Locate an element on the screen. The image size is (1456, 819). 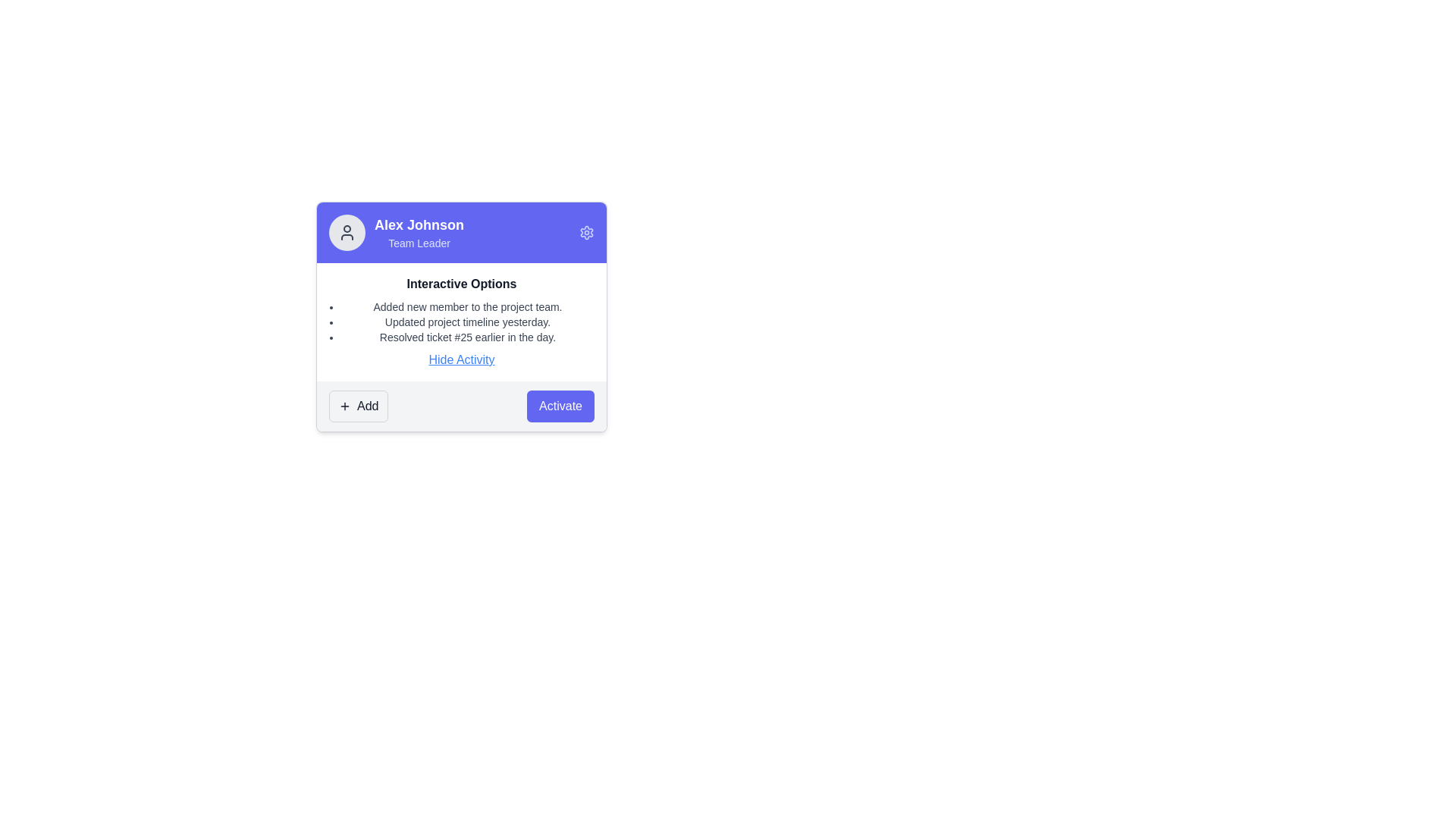
the decorative icon located in the top-left corner of the card, which is aligned to the left of the 'Alex Johnson' text is located at coordinates (346, 233).